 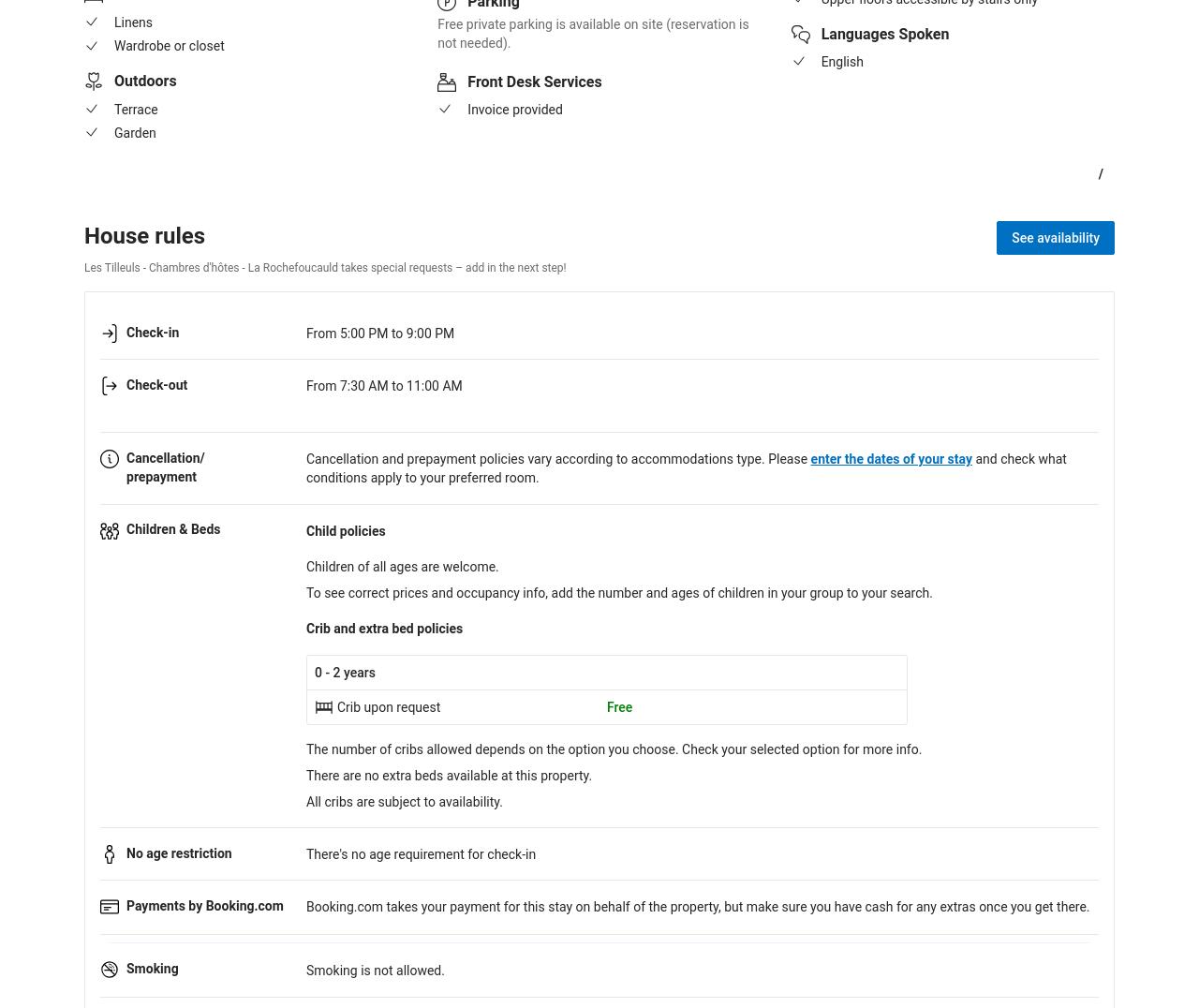 What do you see at coordinates (514, 107) in the screenshot?
I see `'Invoice provided'` at bounding box center [514, 107].